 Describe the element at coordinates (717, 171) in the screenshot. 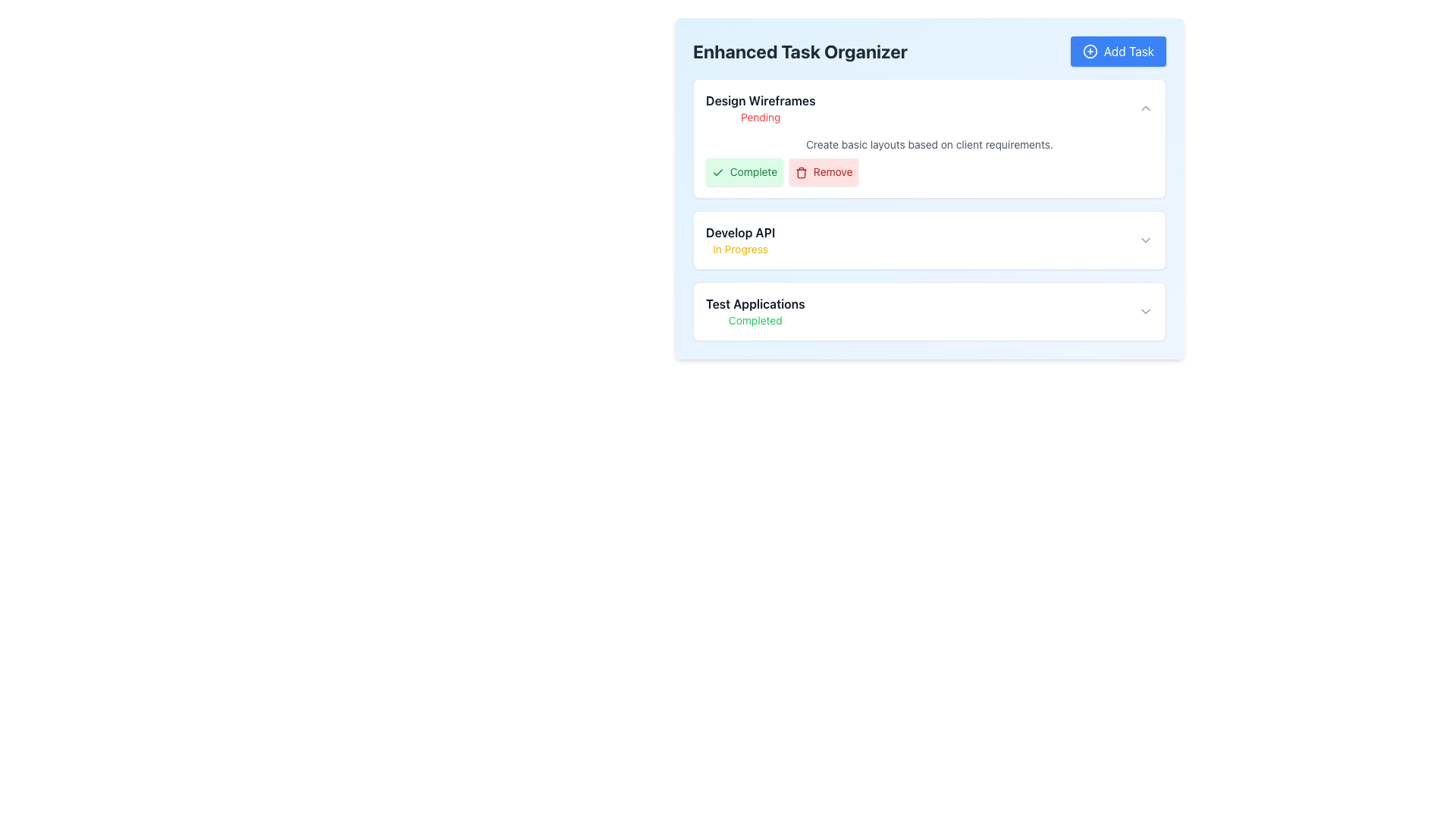

I see `the green 'Complete' button located within the 'Design Wireframes' card, which contains the icon denoting the action or status of completion` at that location.